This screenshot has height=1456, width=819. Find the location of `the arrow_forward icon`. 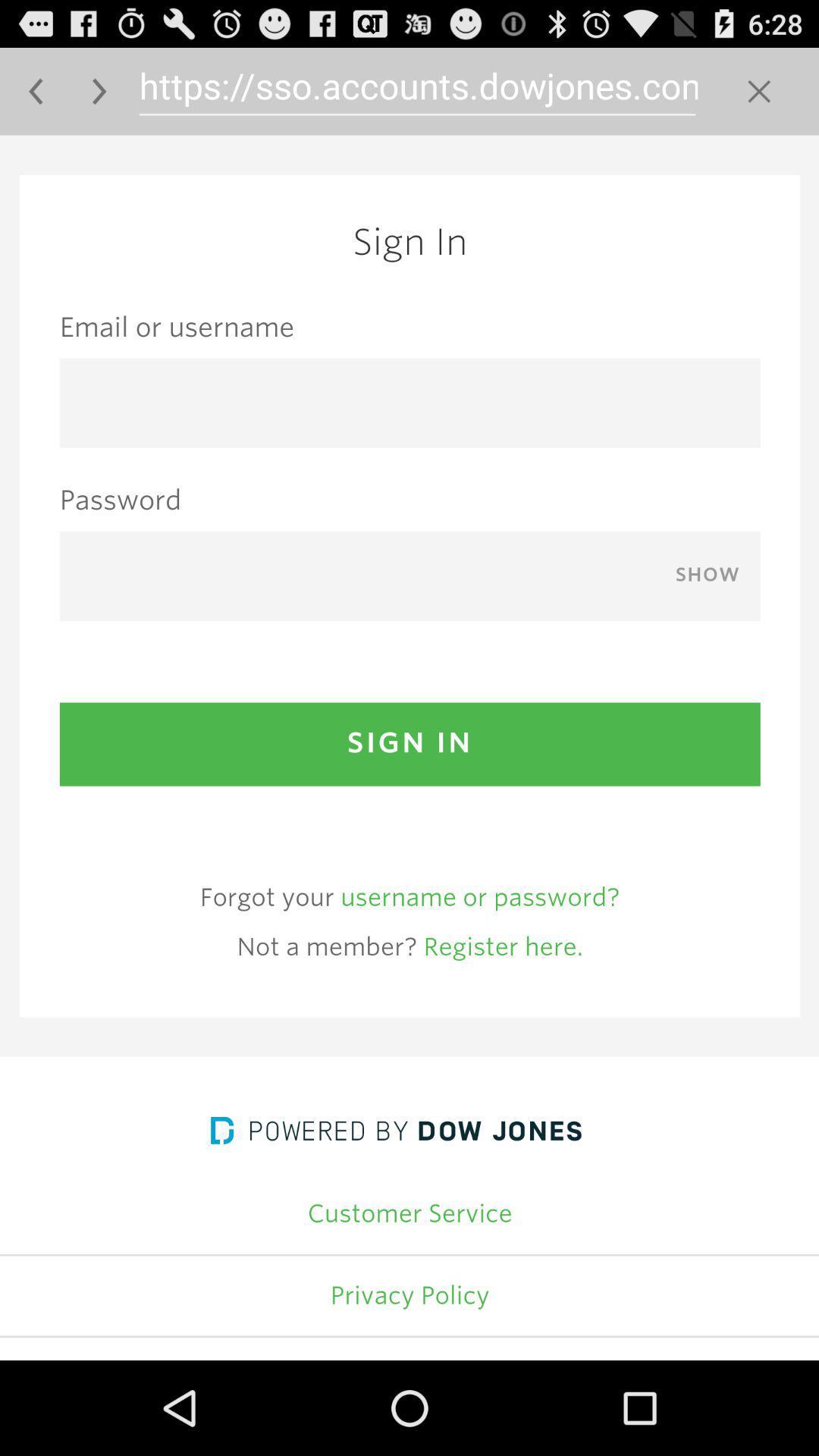

the arrow_forward icon is located at coordinates (99, 97).